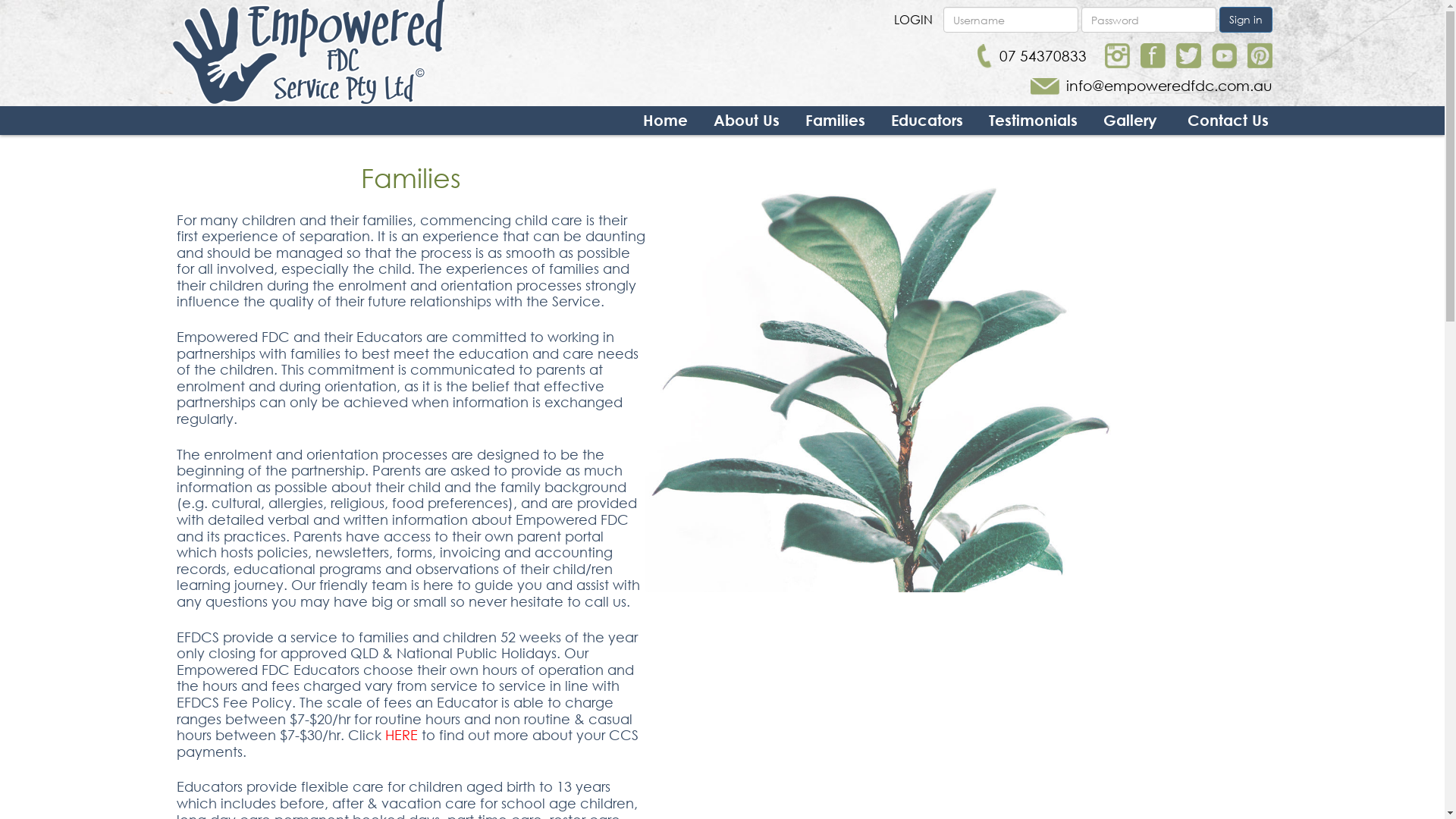 This screenshot has height=819, width=1456. I want to click on 'Contact Us', so click(1228, 119).